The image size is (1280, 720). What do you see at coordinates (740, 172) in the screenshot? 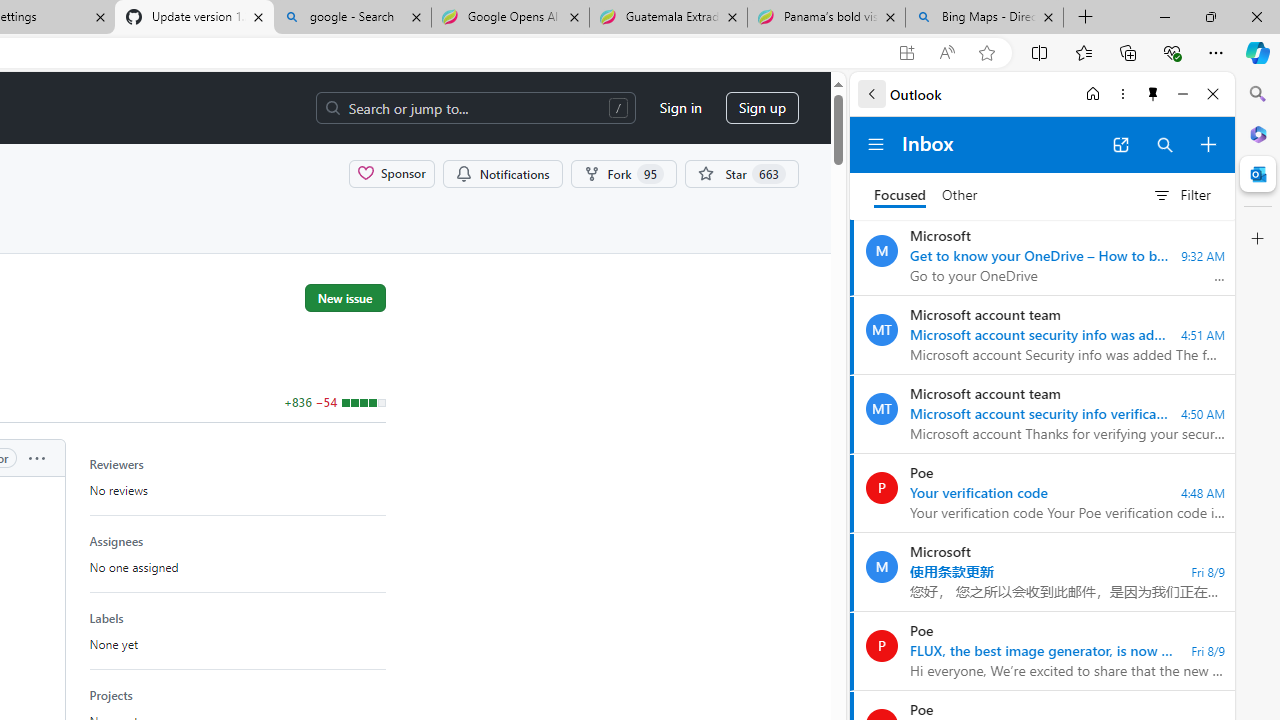
I see `'You must be signed in to star a repository'` at bounding box center [740, 172].